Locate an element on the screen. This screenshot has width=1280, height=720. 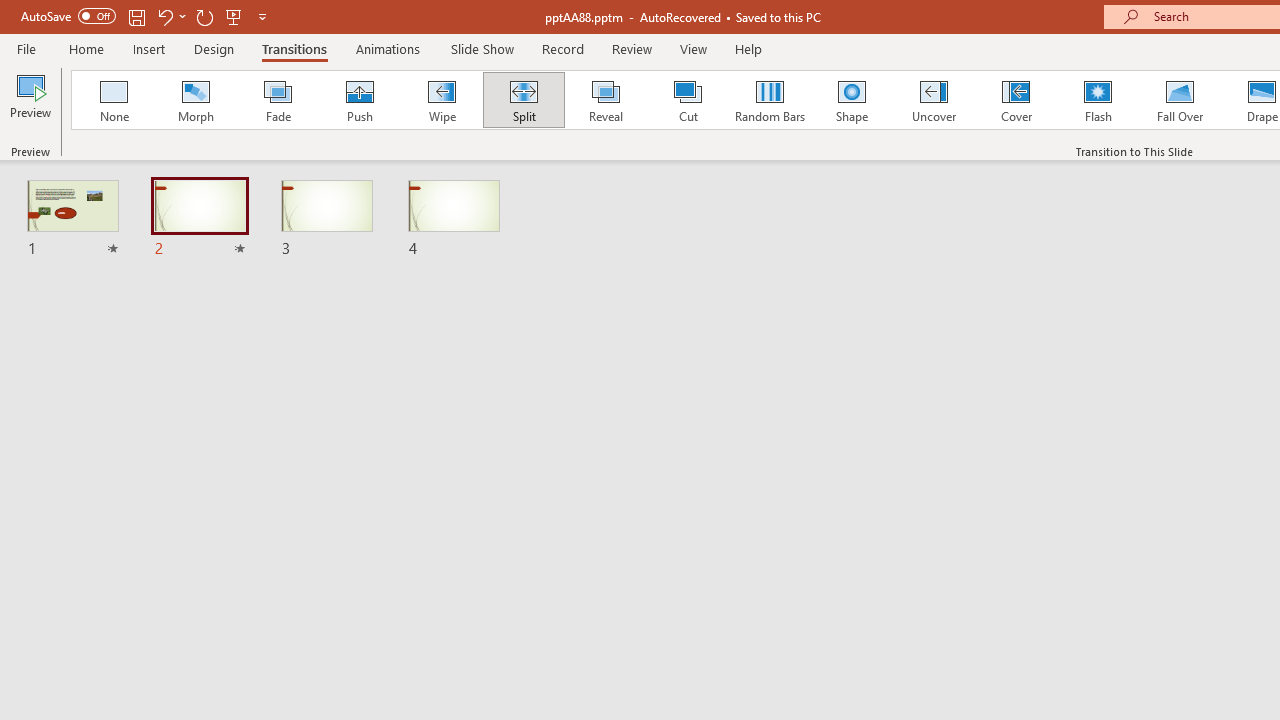
'Cover' is located at coordinates (1016, 100).